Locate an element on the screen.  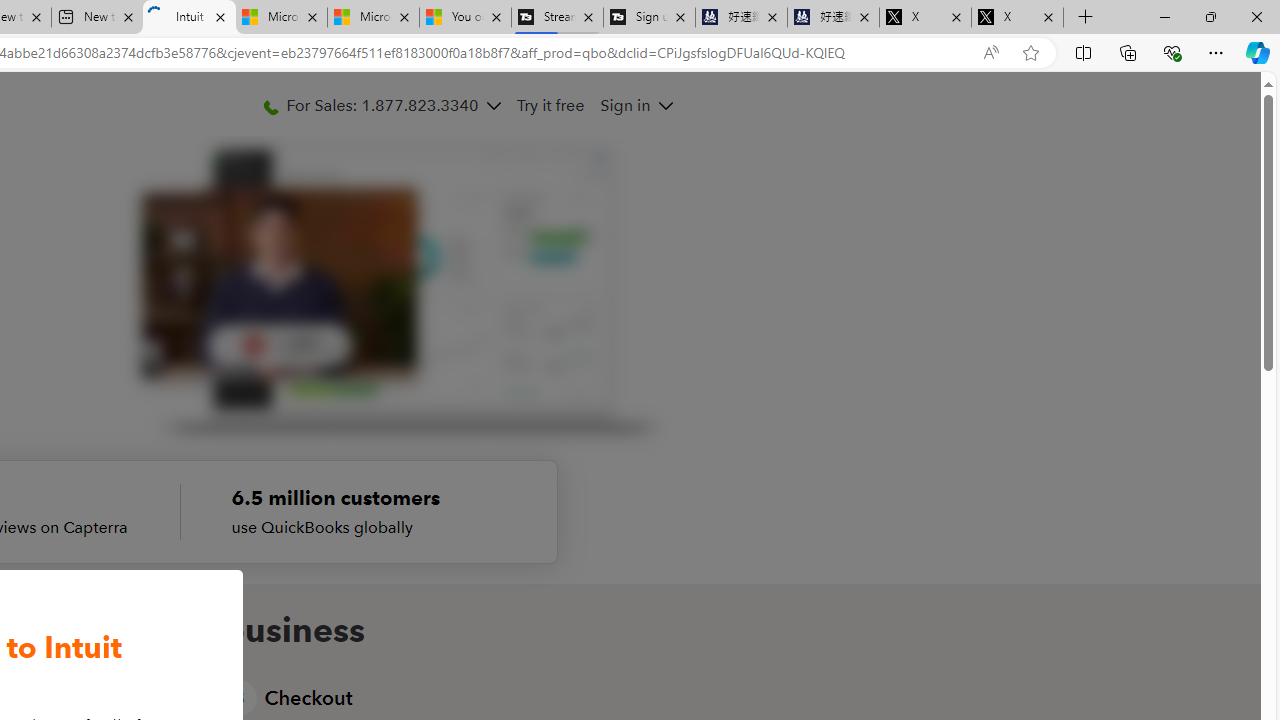
'Try it free' is located at coordinates (552, 105).